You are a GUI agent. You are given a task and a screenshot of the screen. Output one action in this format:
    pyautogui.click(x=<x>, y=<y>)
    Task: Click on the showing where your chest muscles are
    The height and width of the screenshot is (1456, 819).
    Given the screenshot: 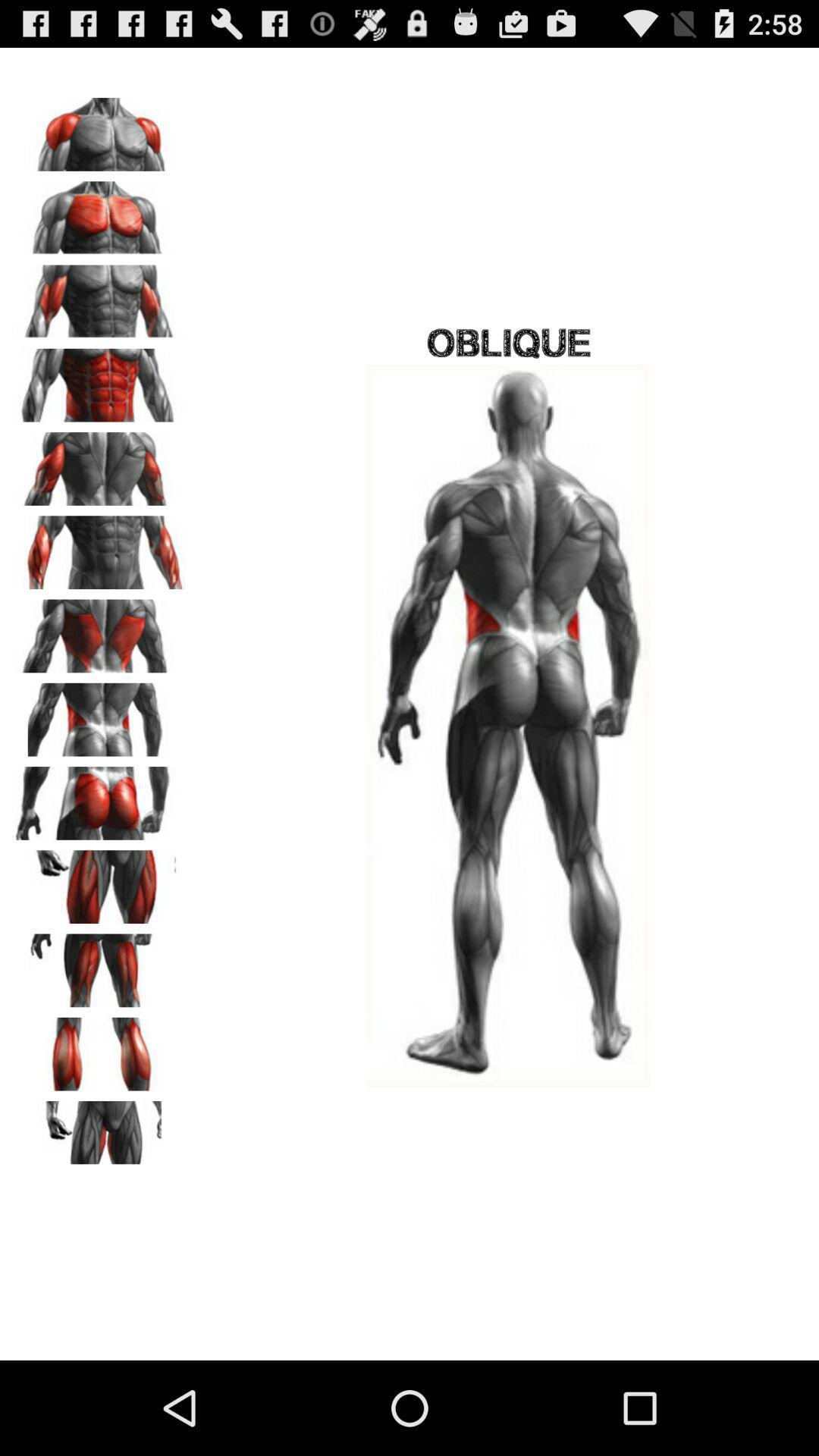 What is the action you would take?
    pyautogui.click(x=99, y=212)
    